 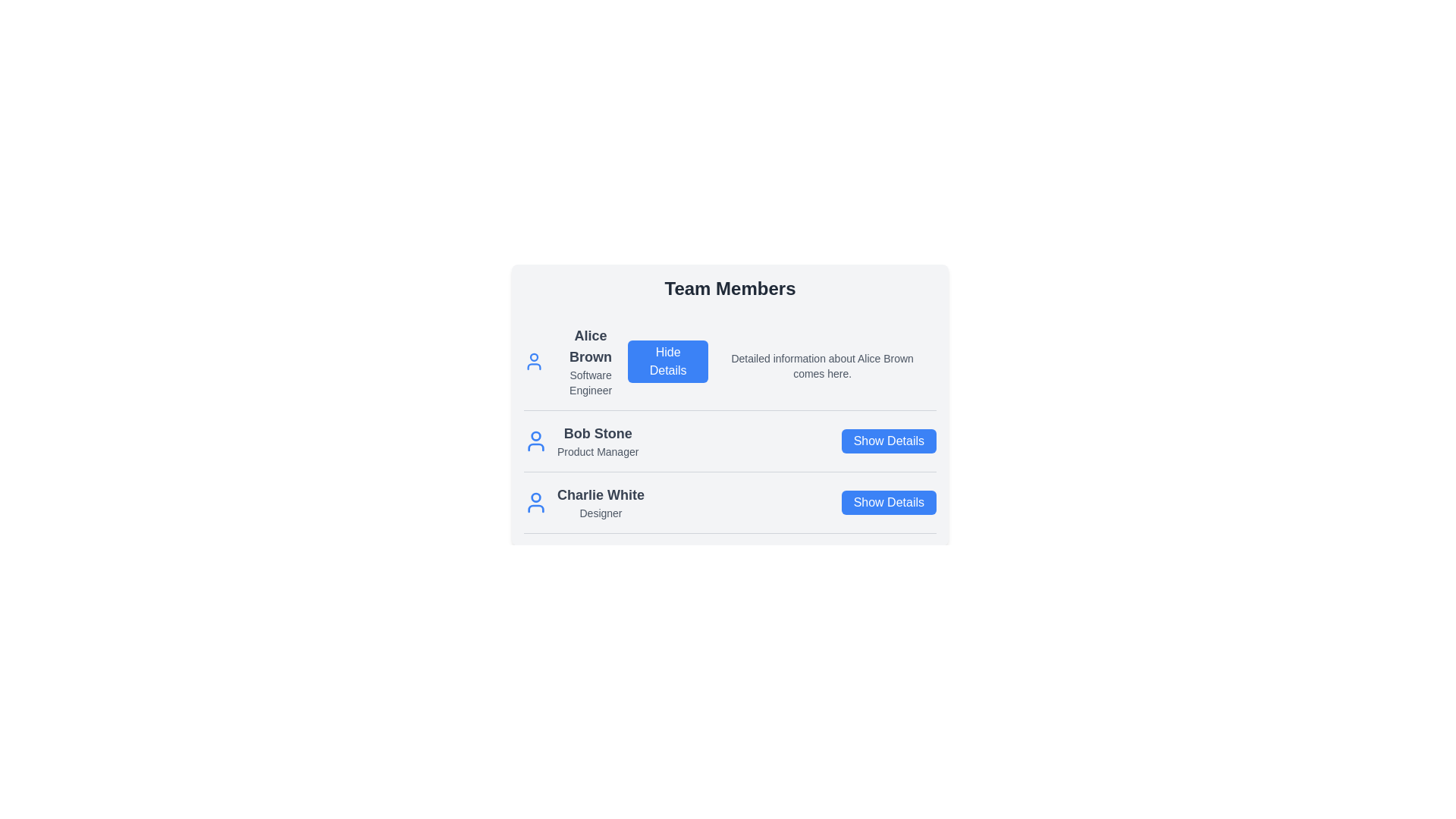 What do you see at coordinates (888, 441) in the screenshot?
I see `the button corresponding to Bob Stone to toggle the visibility of their details` at bounding box center [888, 441].